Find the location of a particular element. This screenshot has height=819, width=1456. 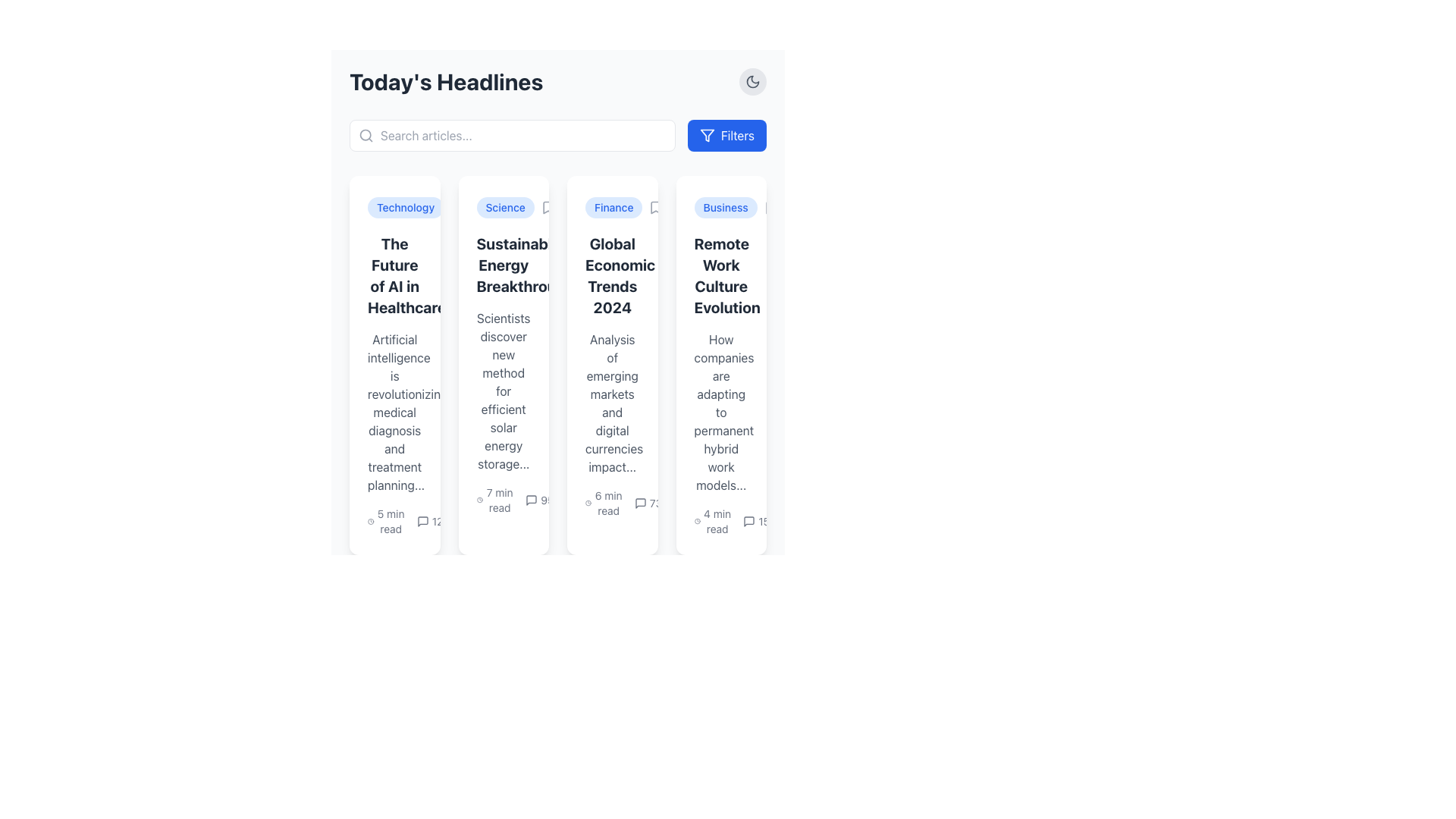

the clock icon located to the left of the '7 min read' text under the 'Sustainable Energy Breakthrough' article for visual cues about time is located at coordinates (479, 500).